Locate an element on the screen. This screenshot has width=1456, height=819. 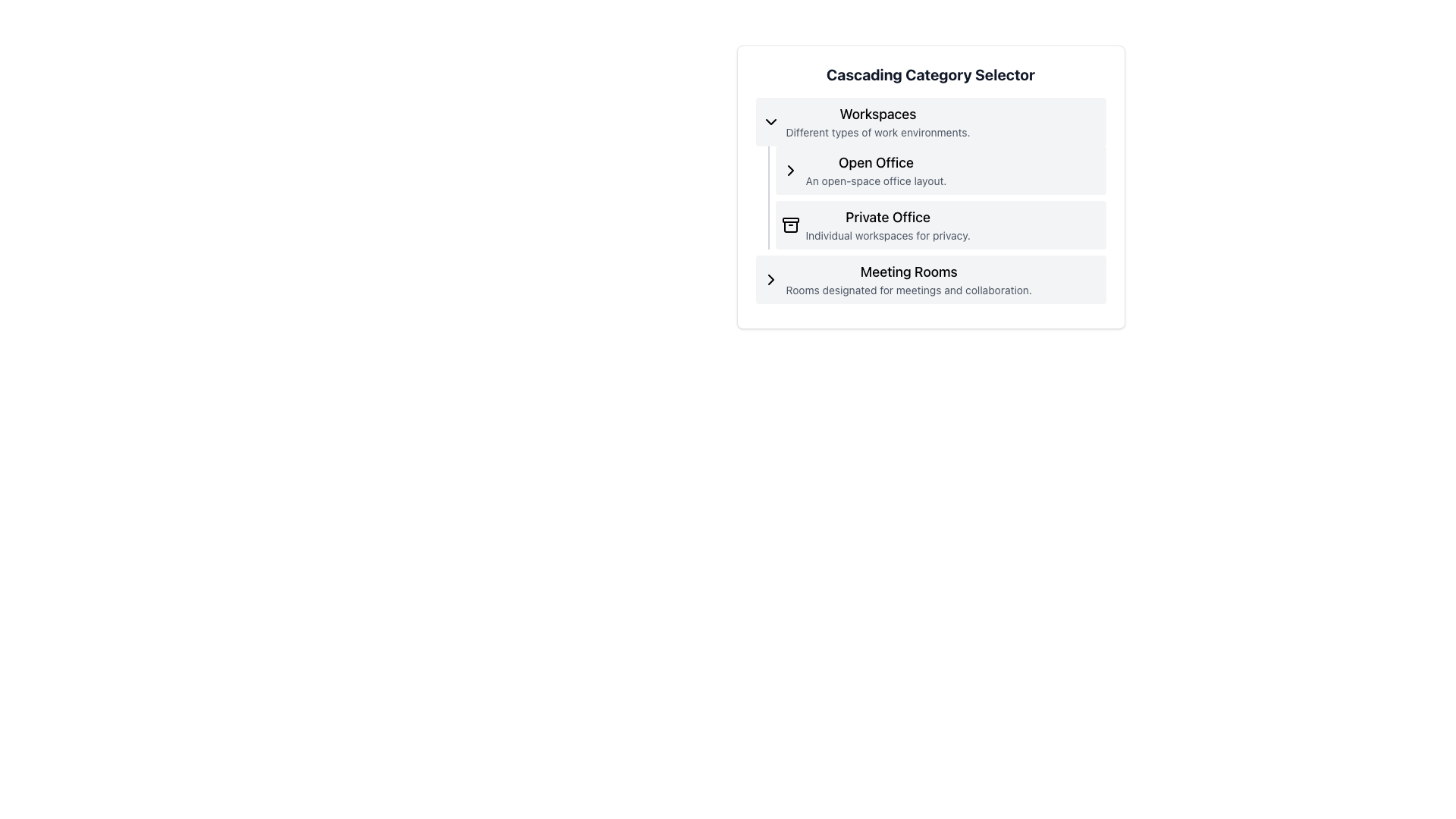
the Text Display element titled 'Workspaces', which features a bolded title and a smaller gray description, located near the top of a vertically stacked menu structure is located at coordinates (877, 121).